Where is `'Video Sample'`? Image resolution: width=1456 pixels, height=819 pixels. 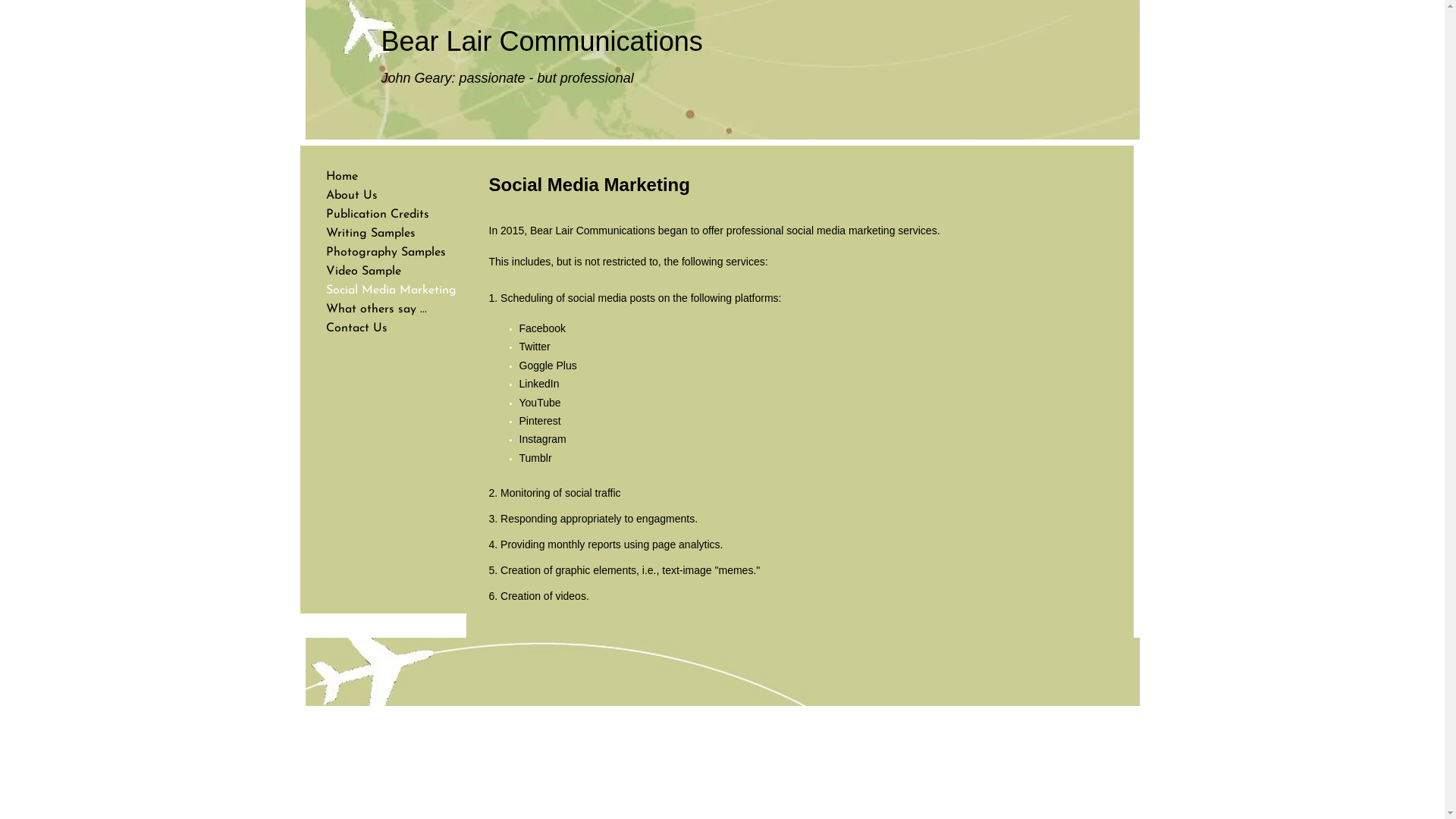
'Video Sample' is located at coordinates (362, 271).